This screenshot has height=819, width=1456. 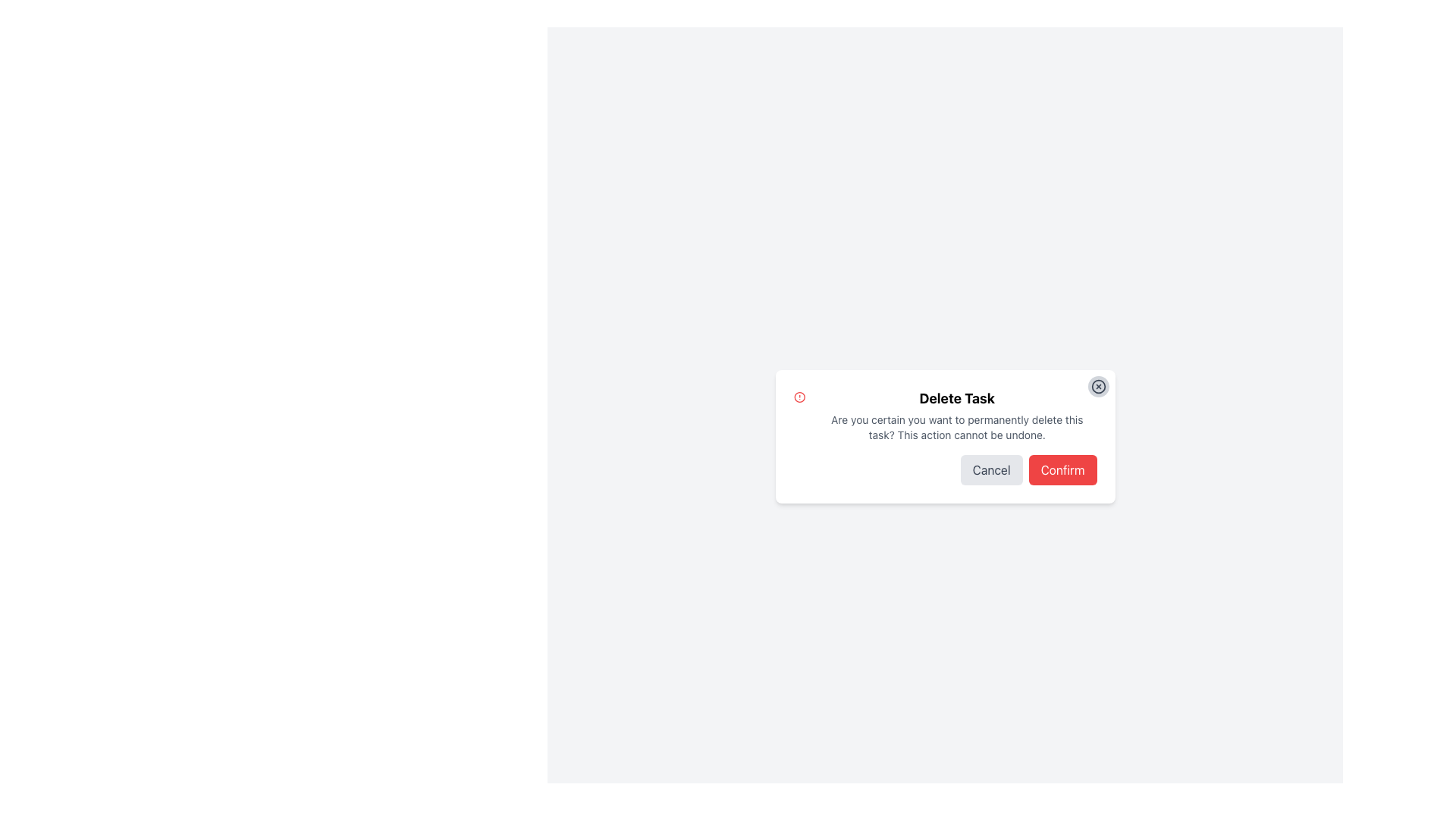 What do you see at coordinates (1098, 385) in the screenshot?
I see `the circular button with a light gray background and dark gray border encapsulating an 'X' icon, located at the top-right corner of the 'Delete Task' dialog box` at bounding box center [1098, 385].